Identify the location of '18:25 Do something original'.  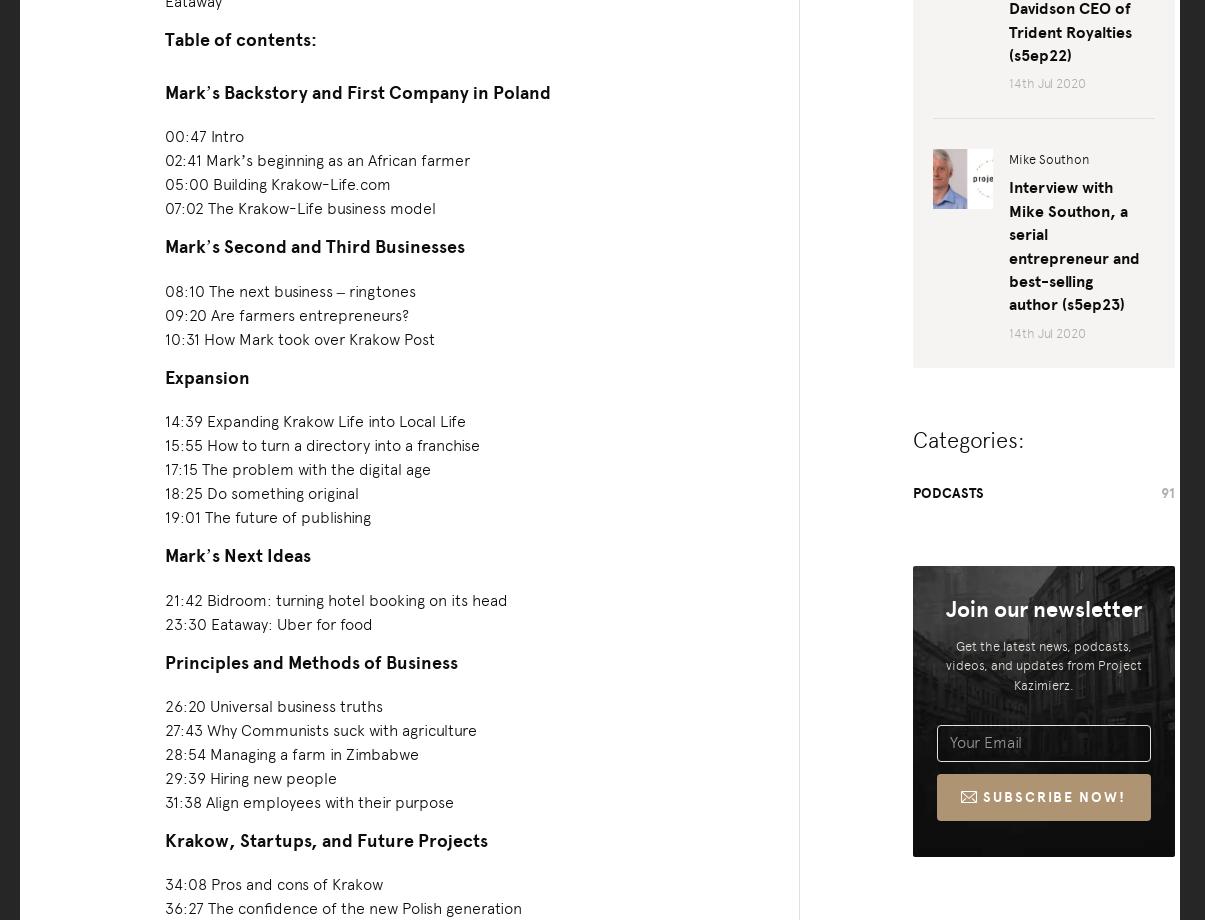
(260, 493).